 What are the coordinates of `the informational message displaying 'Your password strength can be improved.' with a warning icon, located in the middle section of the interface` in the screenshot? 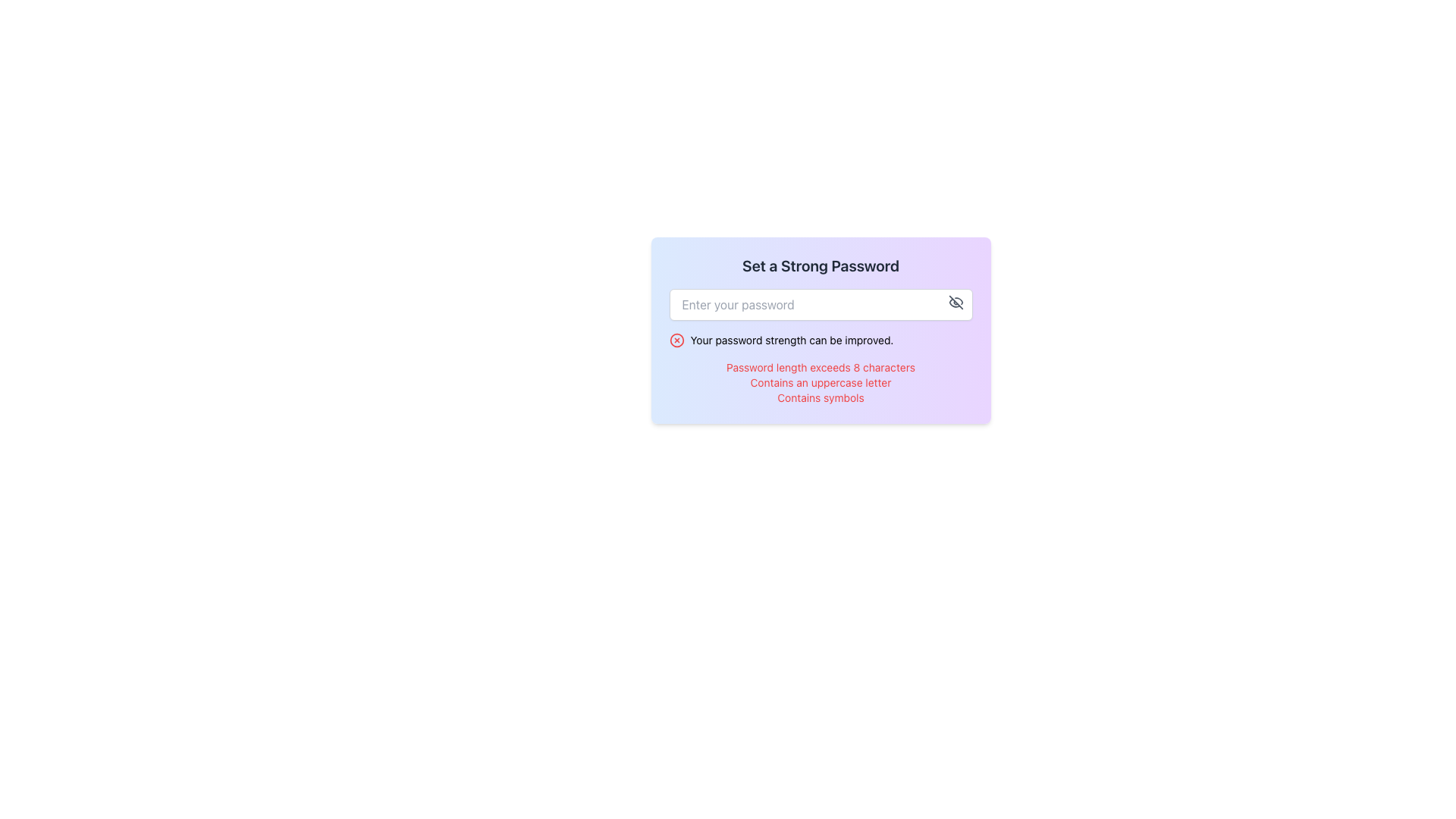 It's located at (820, 339).